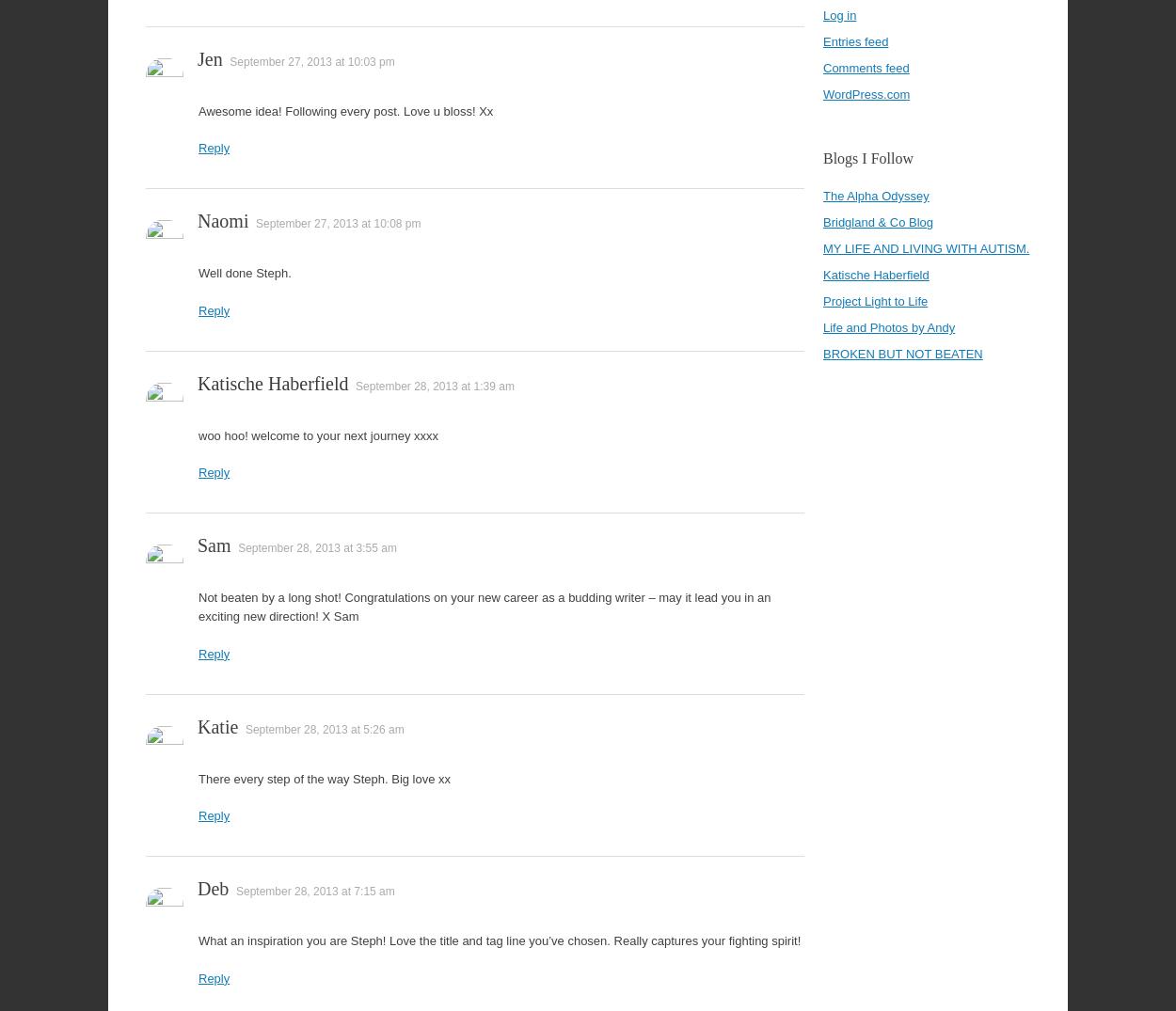  What do you see at coordinates (500, 940) in the screenshot?
I see `'What an inspiration you are Steph! Love the title and tag line you’ve chosen. Really captures your fighting spirit!'` at bounding box center [500, 940].